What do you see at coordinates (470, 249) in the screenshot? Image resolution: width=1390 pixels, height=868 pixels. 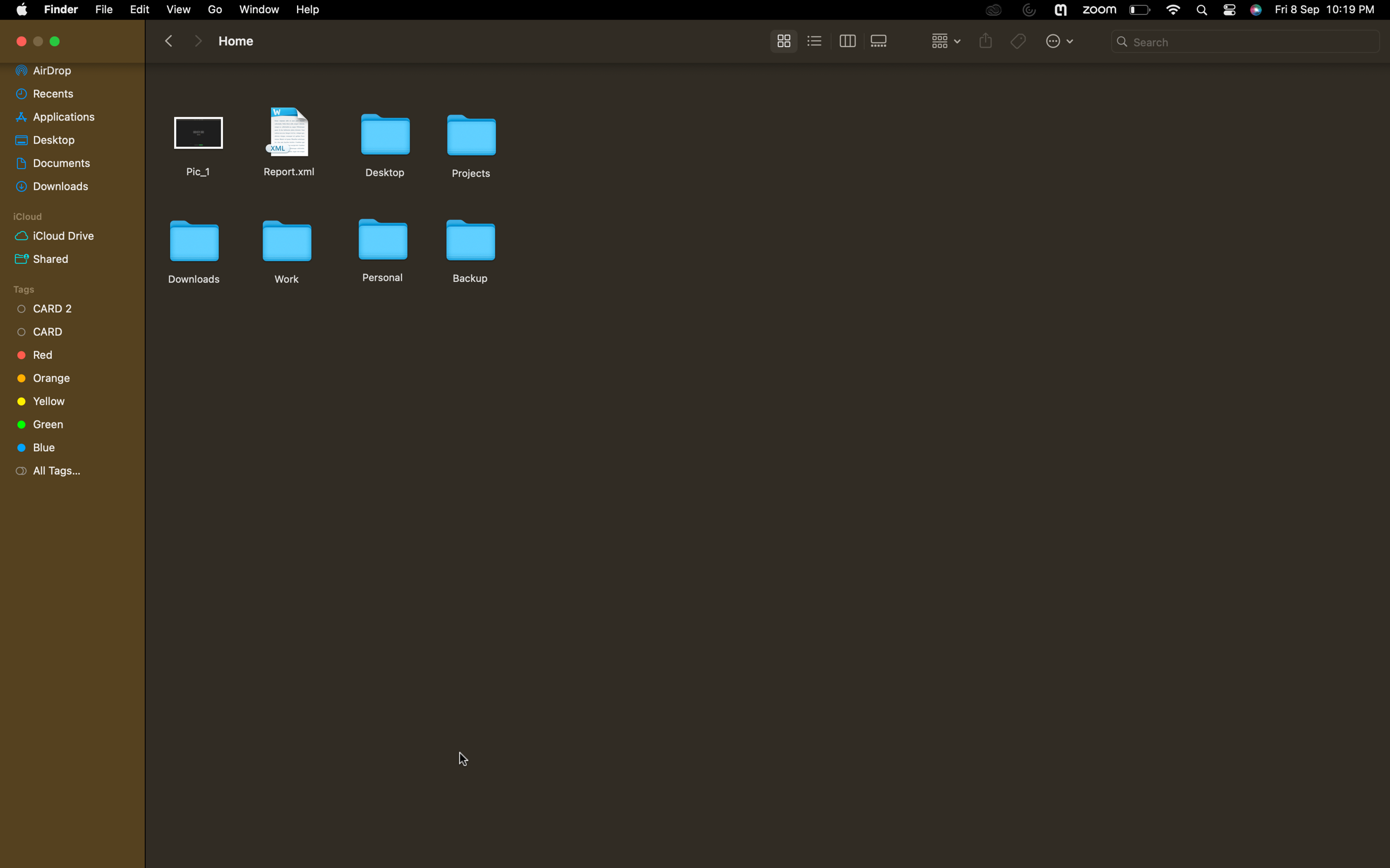 I see `Duplicate the backup folder` at bounding box center [470, 249].